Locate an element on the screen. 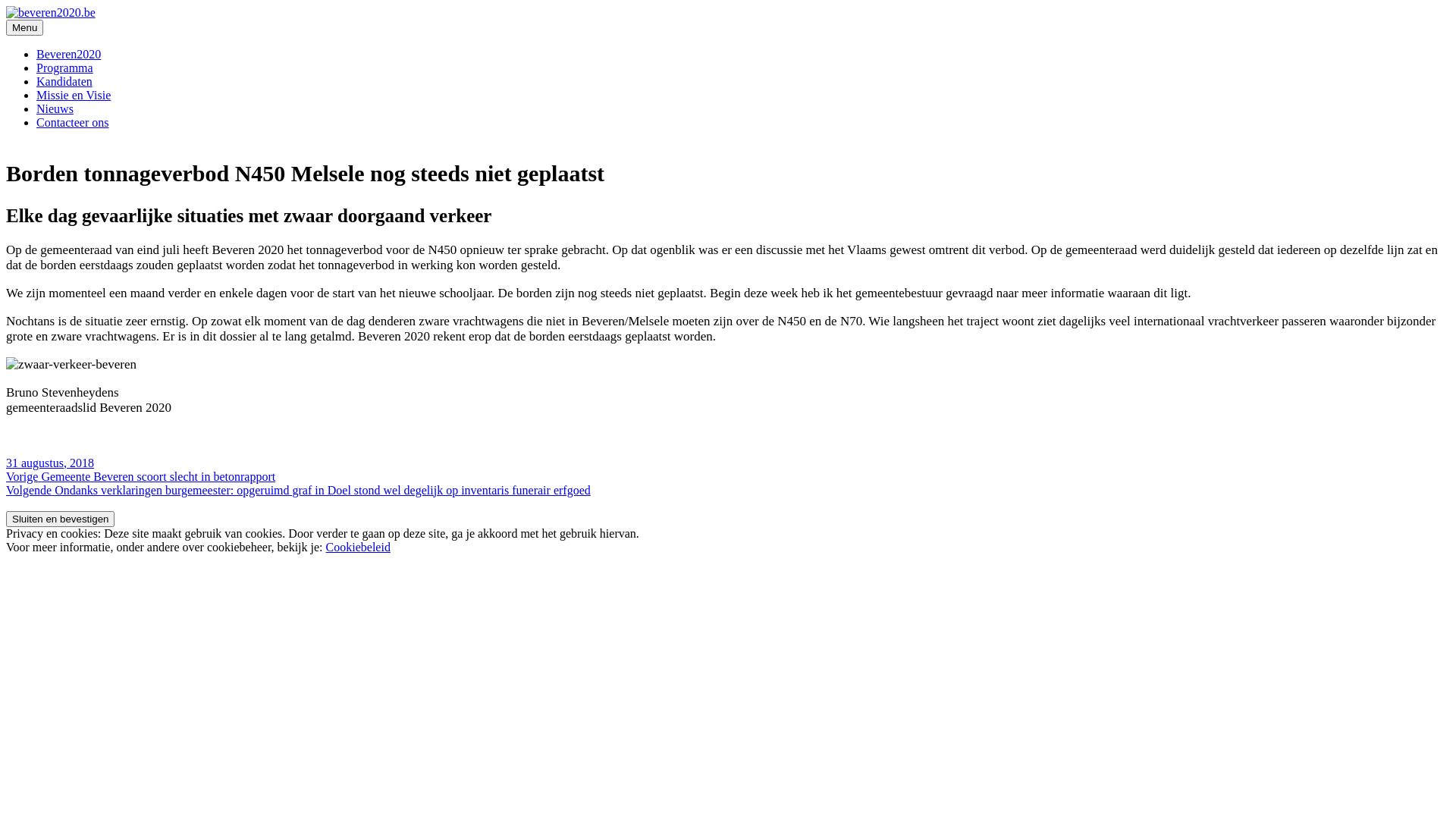  'Menu' is located at coordinates (24, 27).